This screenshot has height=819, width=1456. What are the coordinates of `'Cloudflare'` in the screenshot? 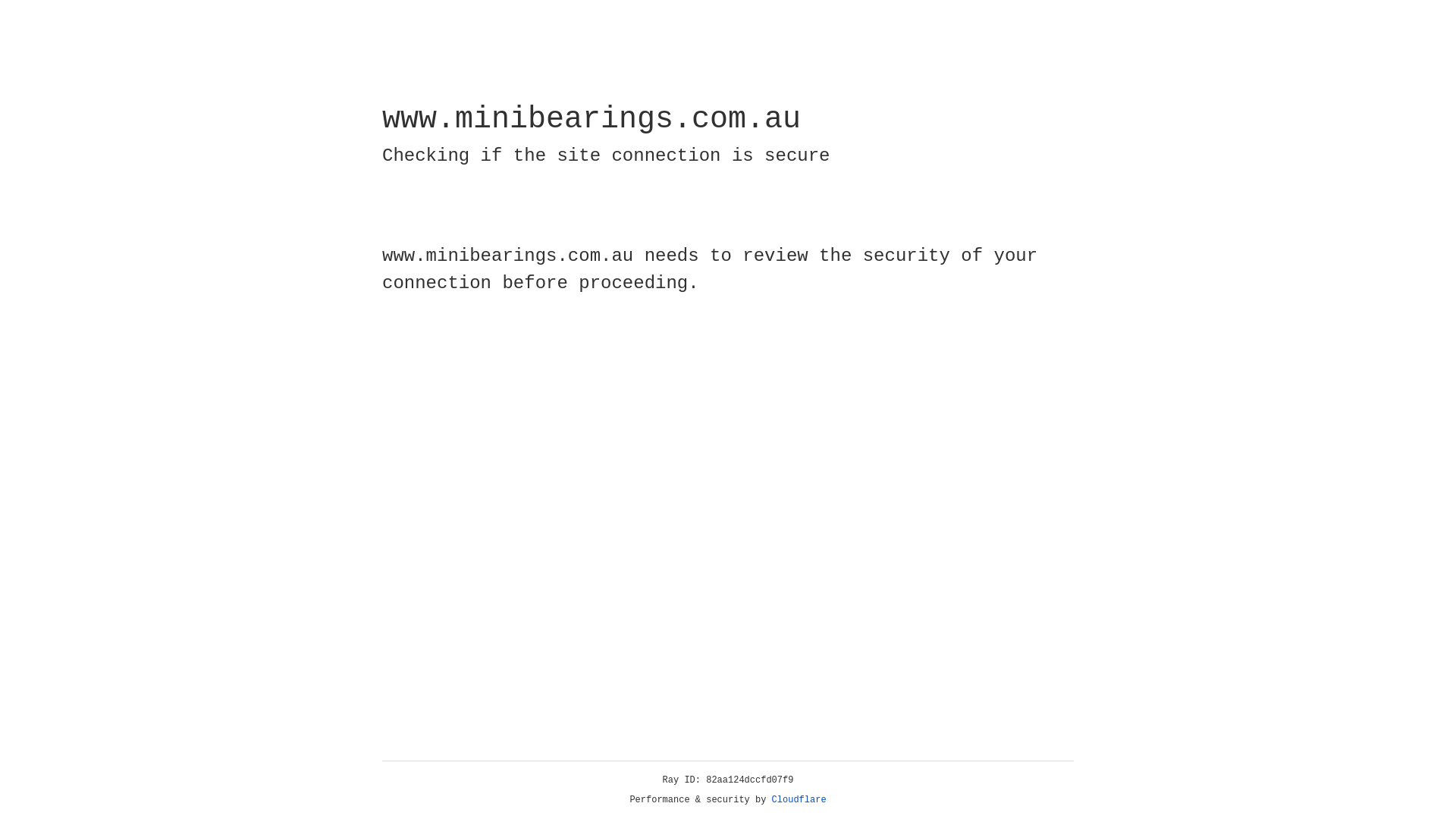 It's located at (799, 799).